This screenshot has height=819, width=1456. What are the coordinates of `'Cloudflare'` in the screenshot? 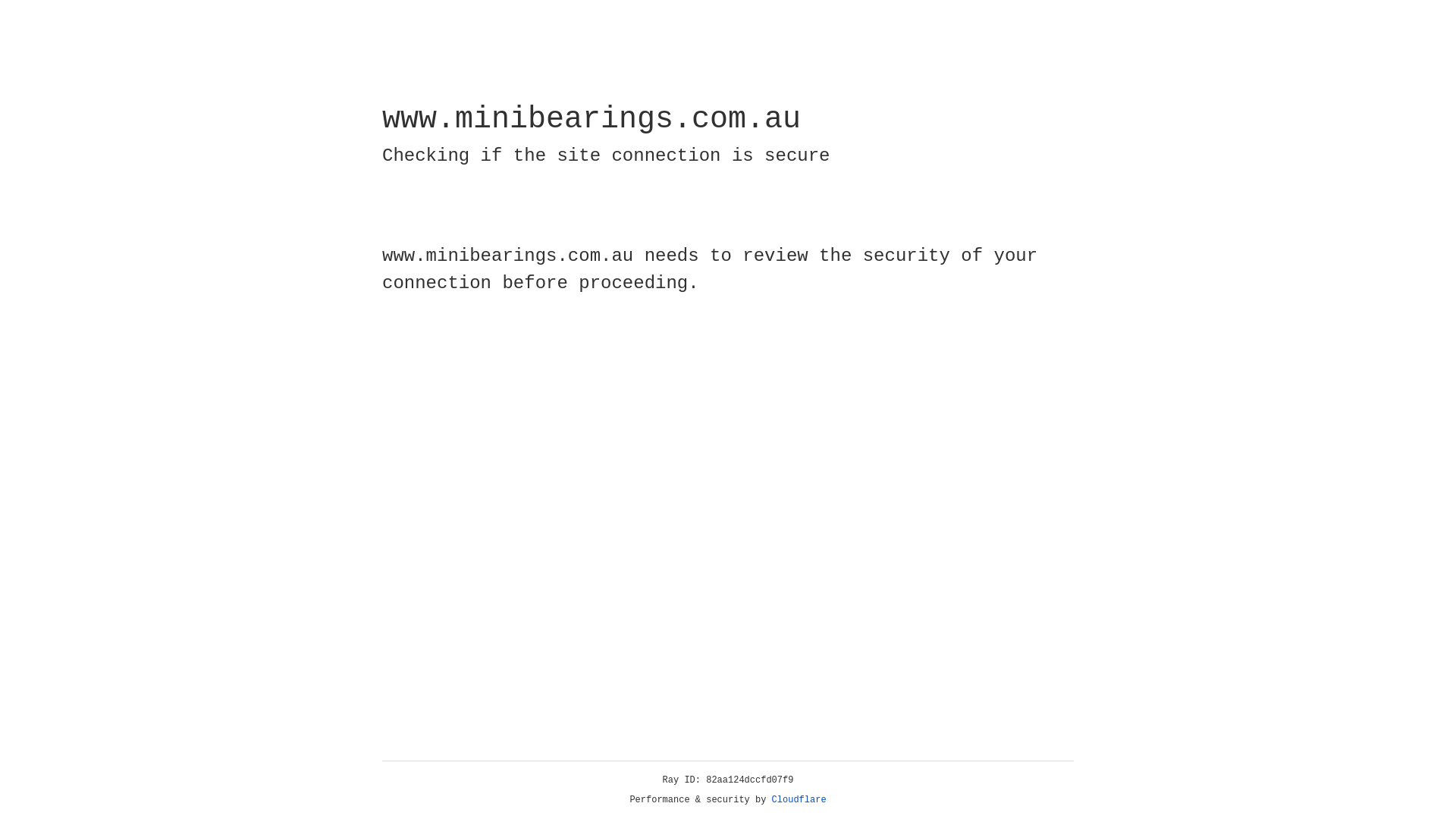 It's located at (799, 799).